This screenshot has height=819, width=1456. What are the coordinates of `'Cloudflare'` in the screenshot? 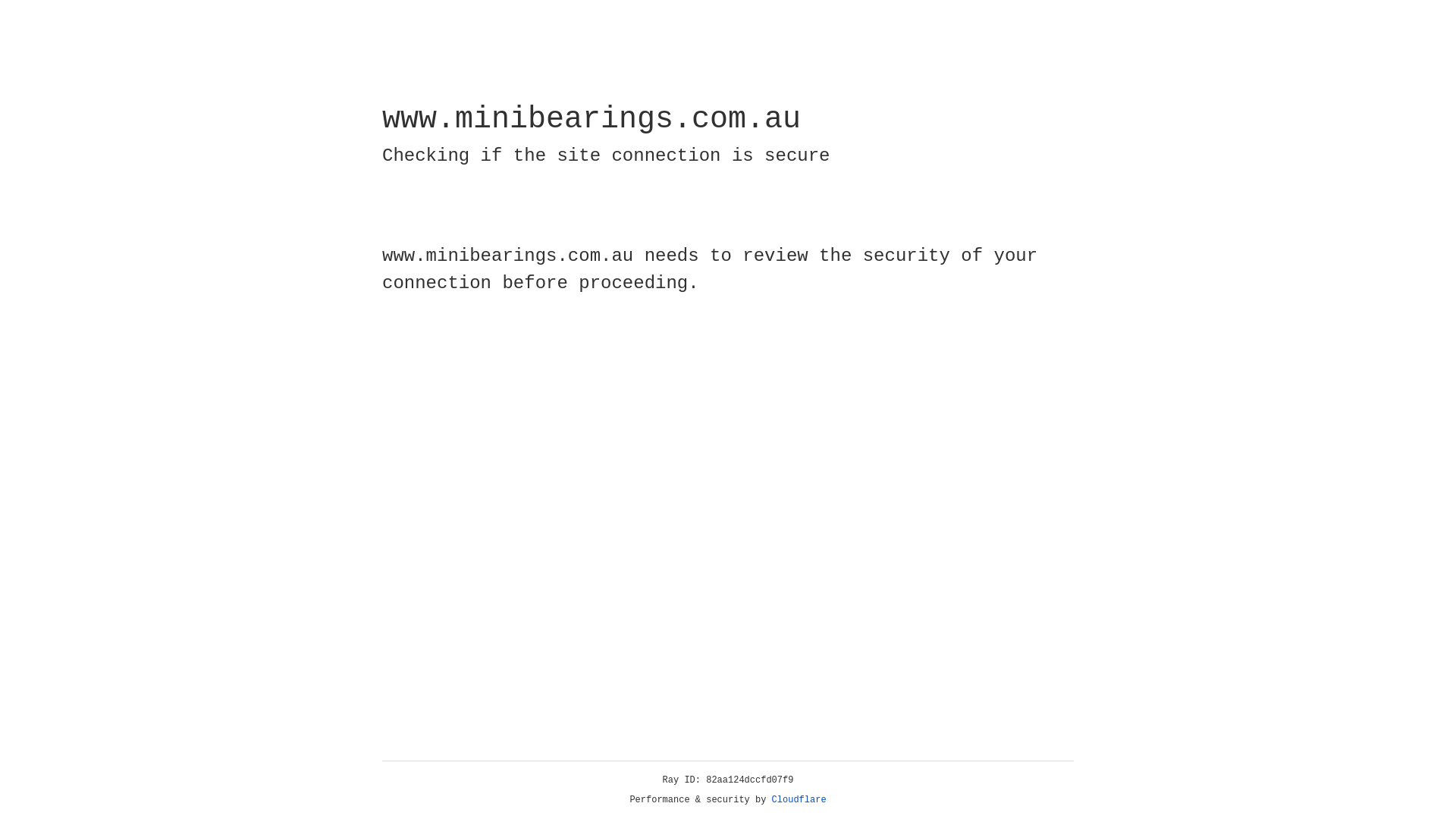 It's located at (799, 799).